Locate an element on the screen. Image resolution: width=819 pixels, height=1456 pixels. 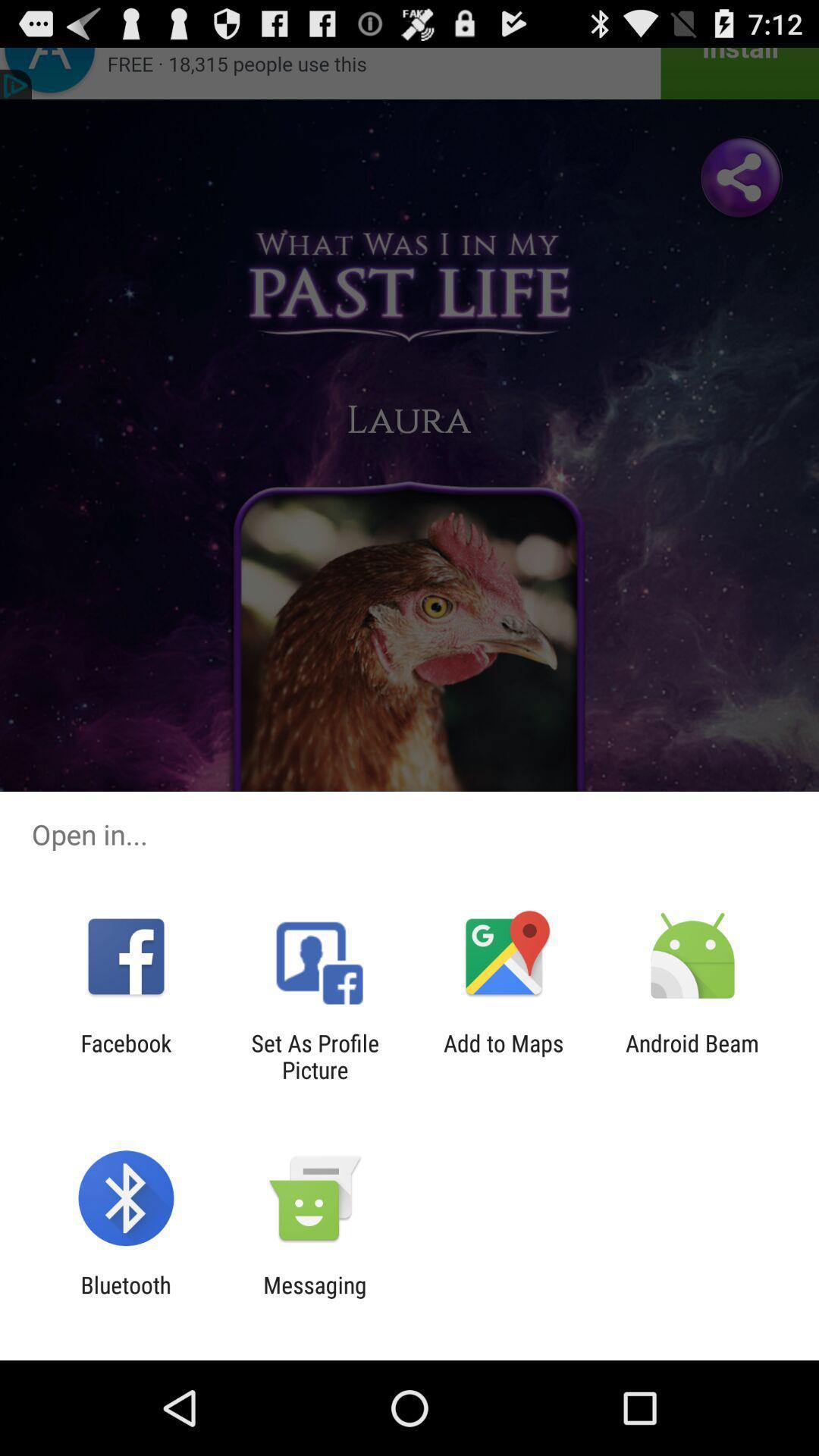
bluetooth icon is located at coordinates (125, 1298).